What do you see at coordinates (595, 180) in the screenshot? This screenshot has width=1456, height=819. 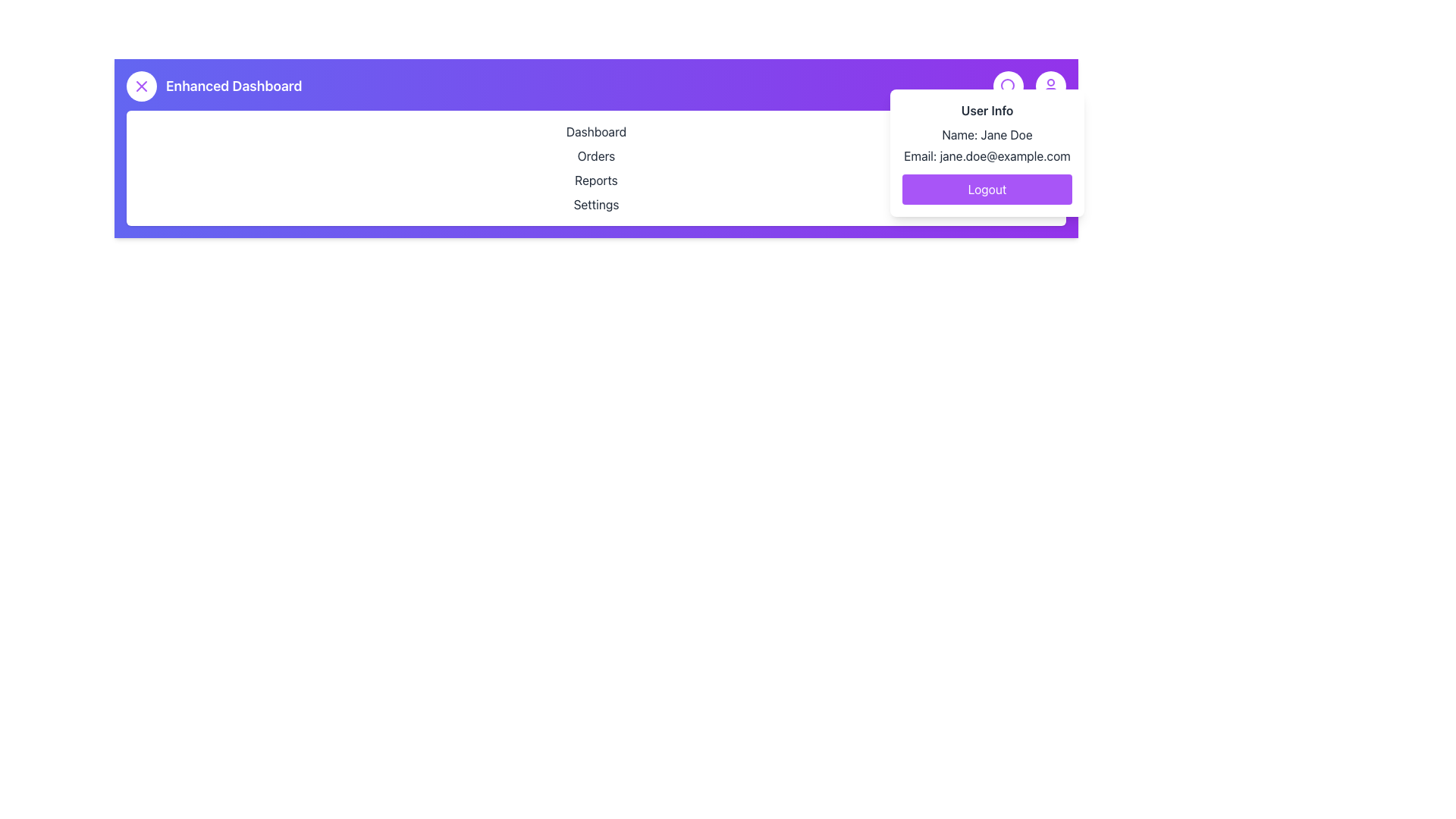 I see `the 'Reports' label, which is the third item in a vertical list of menu options including 'Dashboard', 'Orders', and 'Settings'` at bounding box center [595, 180].